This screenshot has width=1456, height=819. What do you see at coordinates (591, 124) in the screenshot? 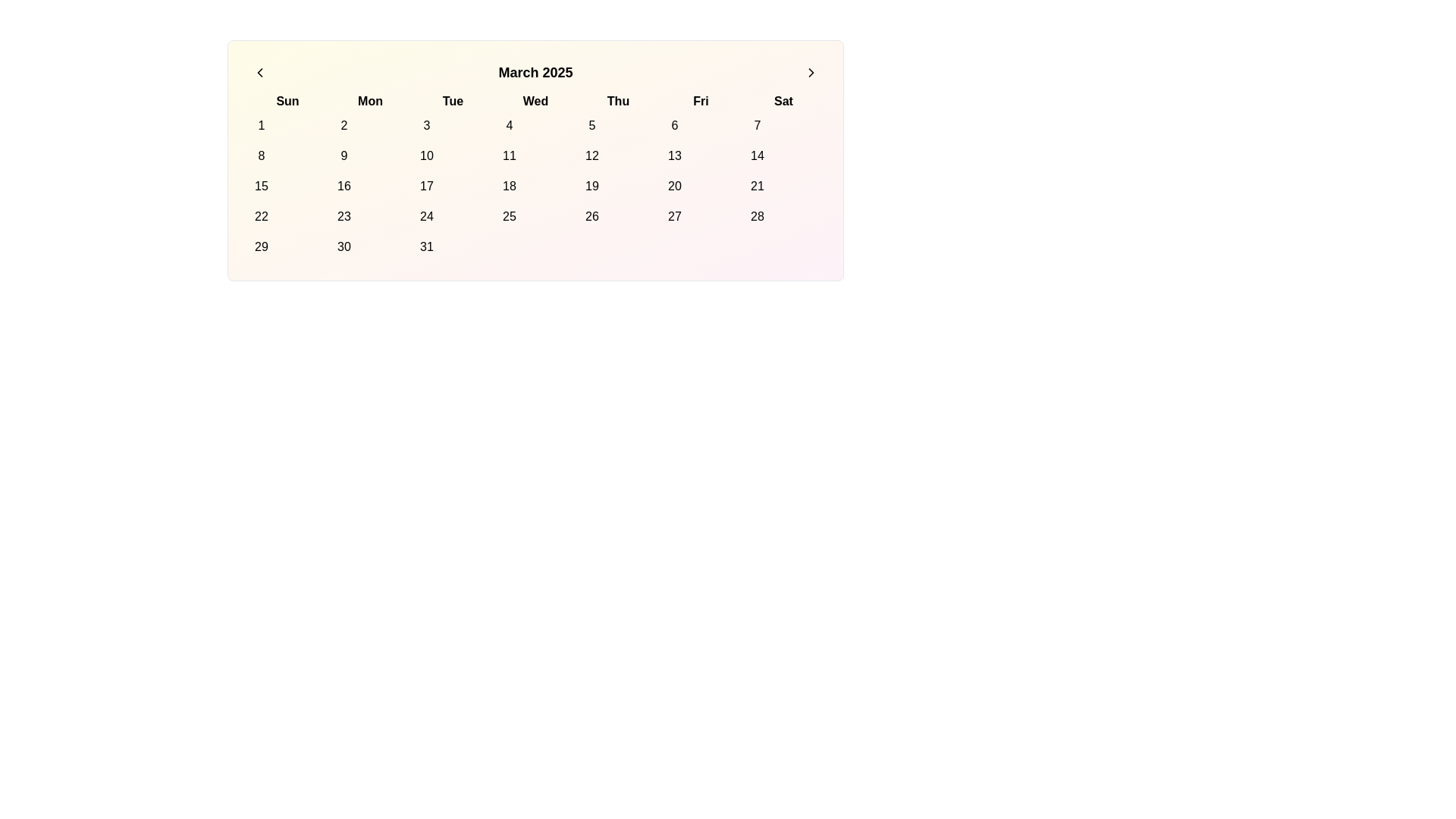
I see `the circular button with the number '5' in the calendar grid under the 'Thu' column to change its background color to pink` at bounding box center [591, 124].